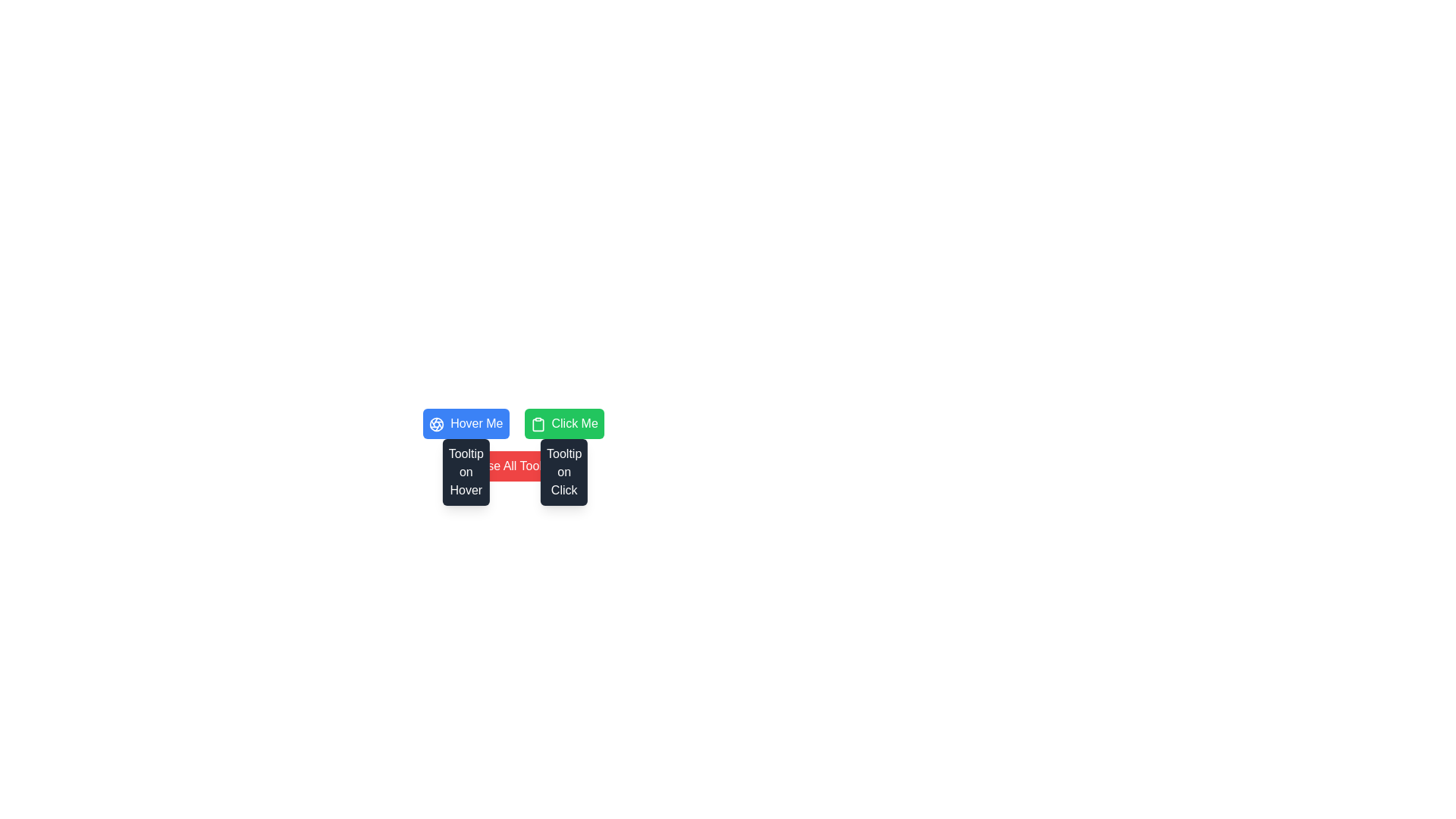  I want to click on the interactive button labeled 'Hover Me' with a blue background and white text to trigger the tooltip that provides supplemental information, so click(465, 472).